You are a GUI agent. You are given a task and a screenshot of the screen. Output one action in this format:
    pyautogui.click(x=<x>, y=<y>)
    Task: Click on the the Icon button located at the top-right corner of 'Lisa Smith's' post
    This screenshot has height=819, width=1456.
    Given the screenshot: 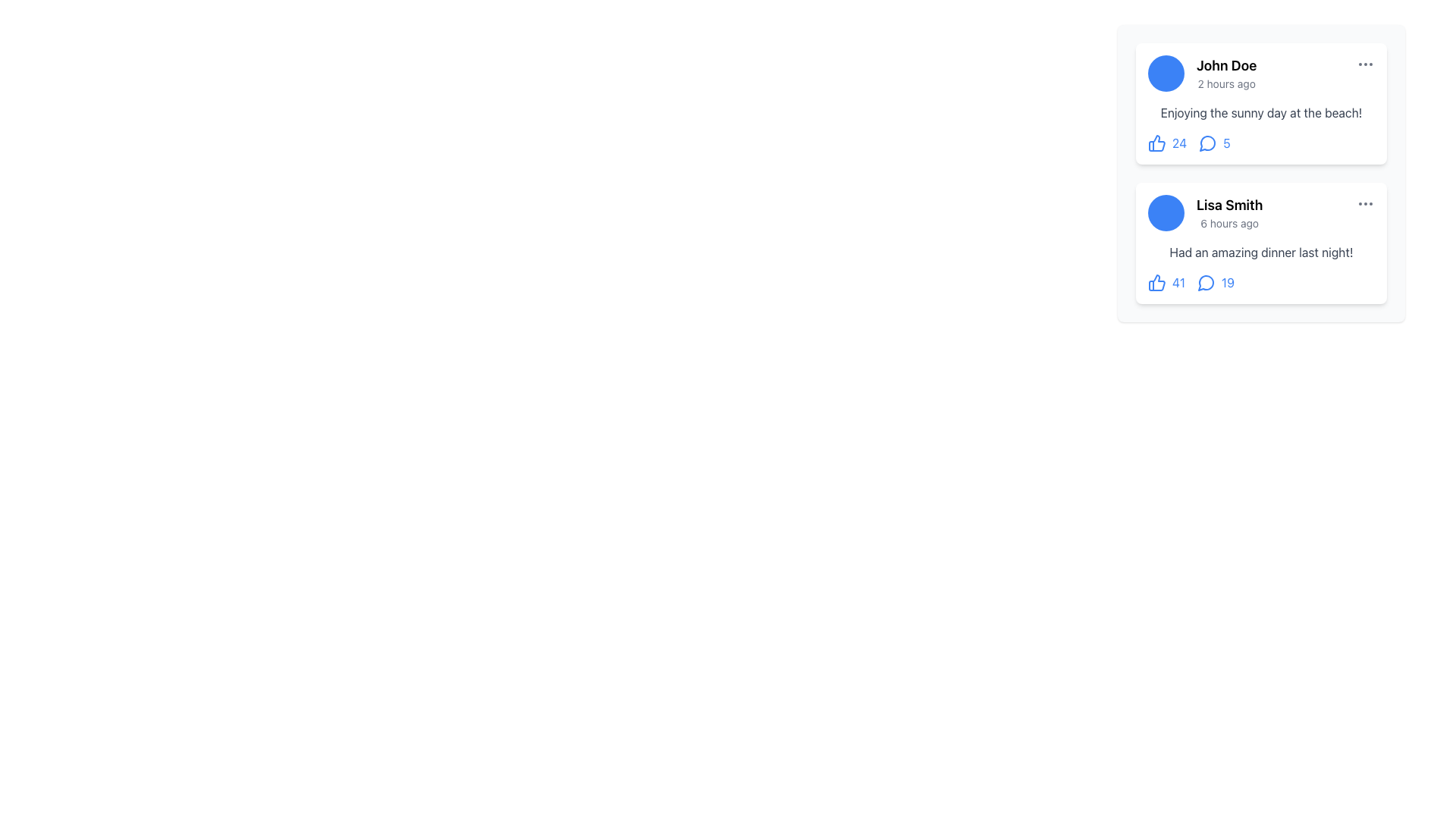 What is the action you would take?
    pyautogui.click(x=1365, y=203)
    